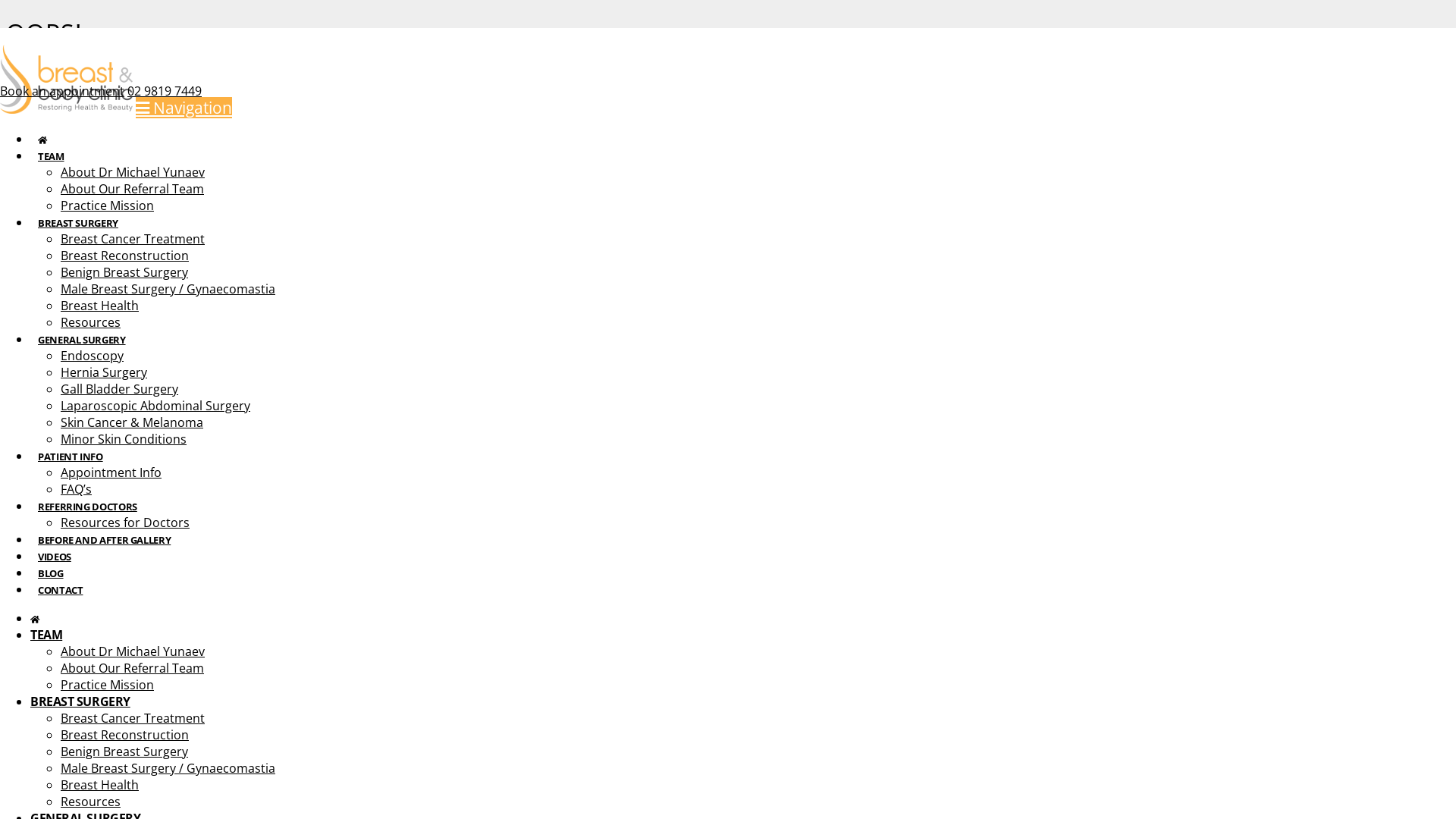 This screenshot has width=1456, height=819. I want to click on 'Breast Cancer Treatment', so click(61, 717).